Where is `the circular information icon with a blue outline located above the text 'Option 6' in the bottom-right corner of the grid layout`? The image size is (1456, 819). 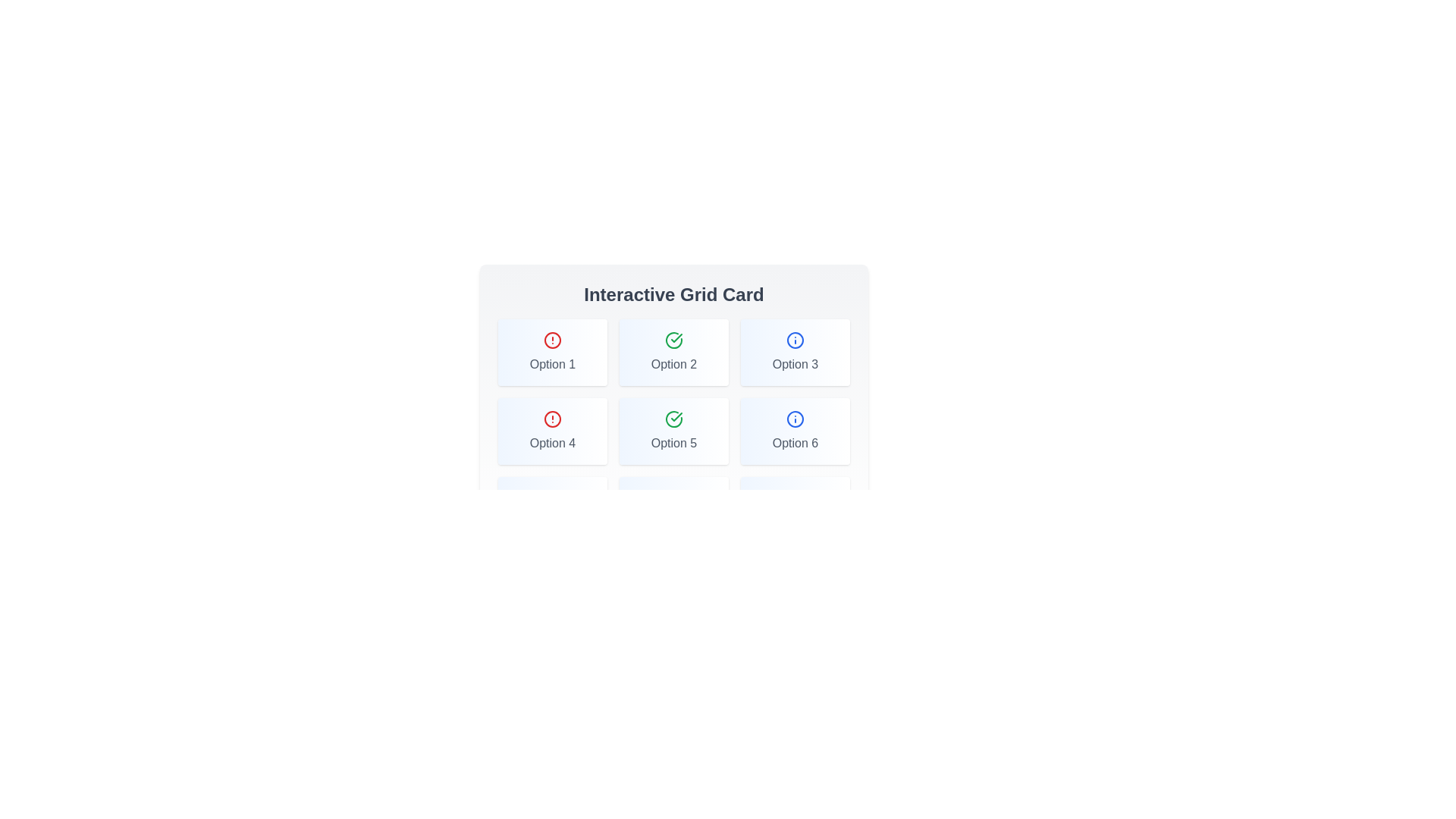
the circular information icon with a blue outline located above the text 'Option 6' in the bottom-right corner of the grid layout is located at coordinates (795, 419).